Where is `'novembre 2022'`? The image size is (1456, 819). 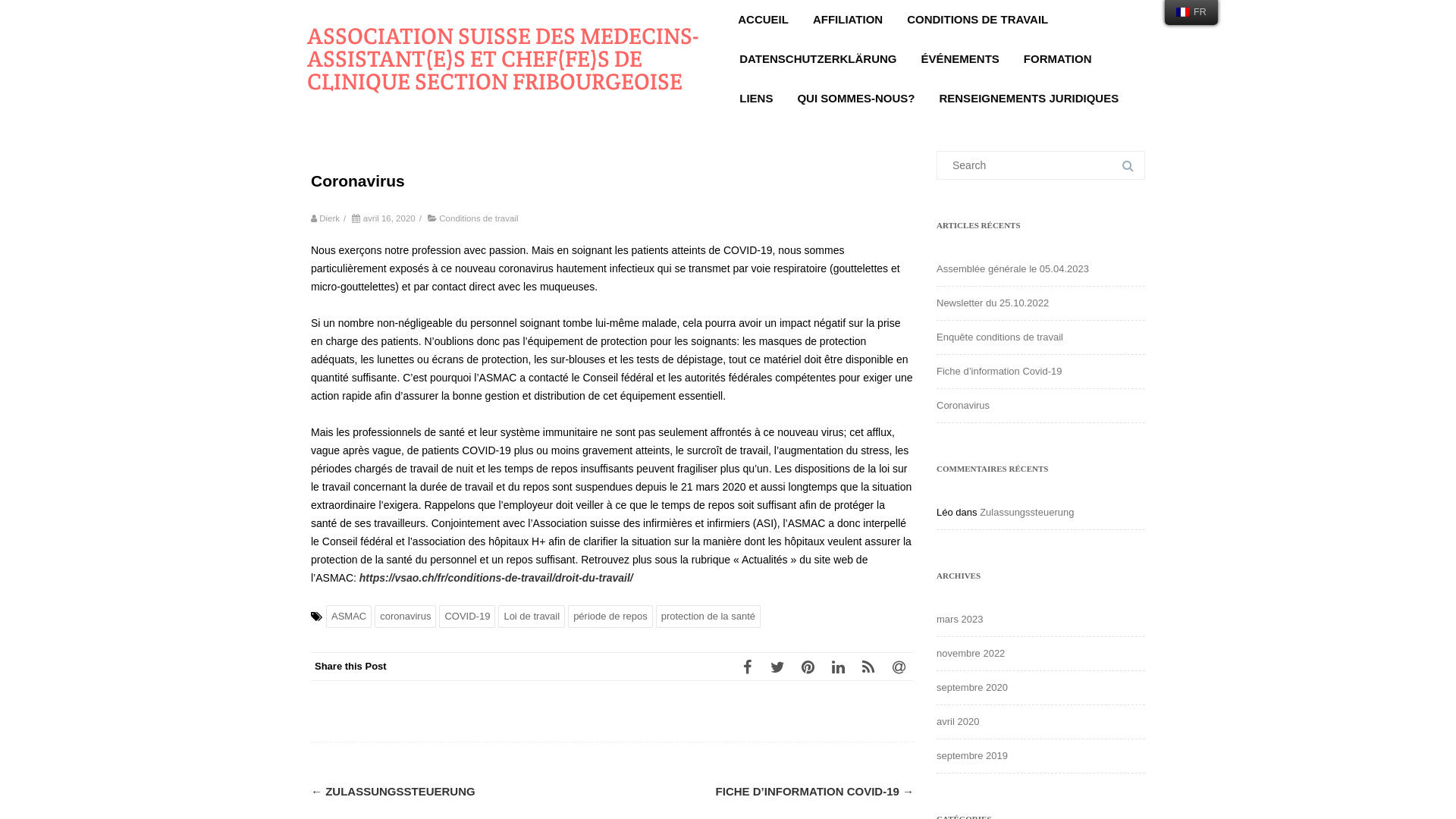 'novembre 2022' is located at coordinates (971, 652).